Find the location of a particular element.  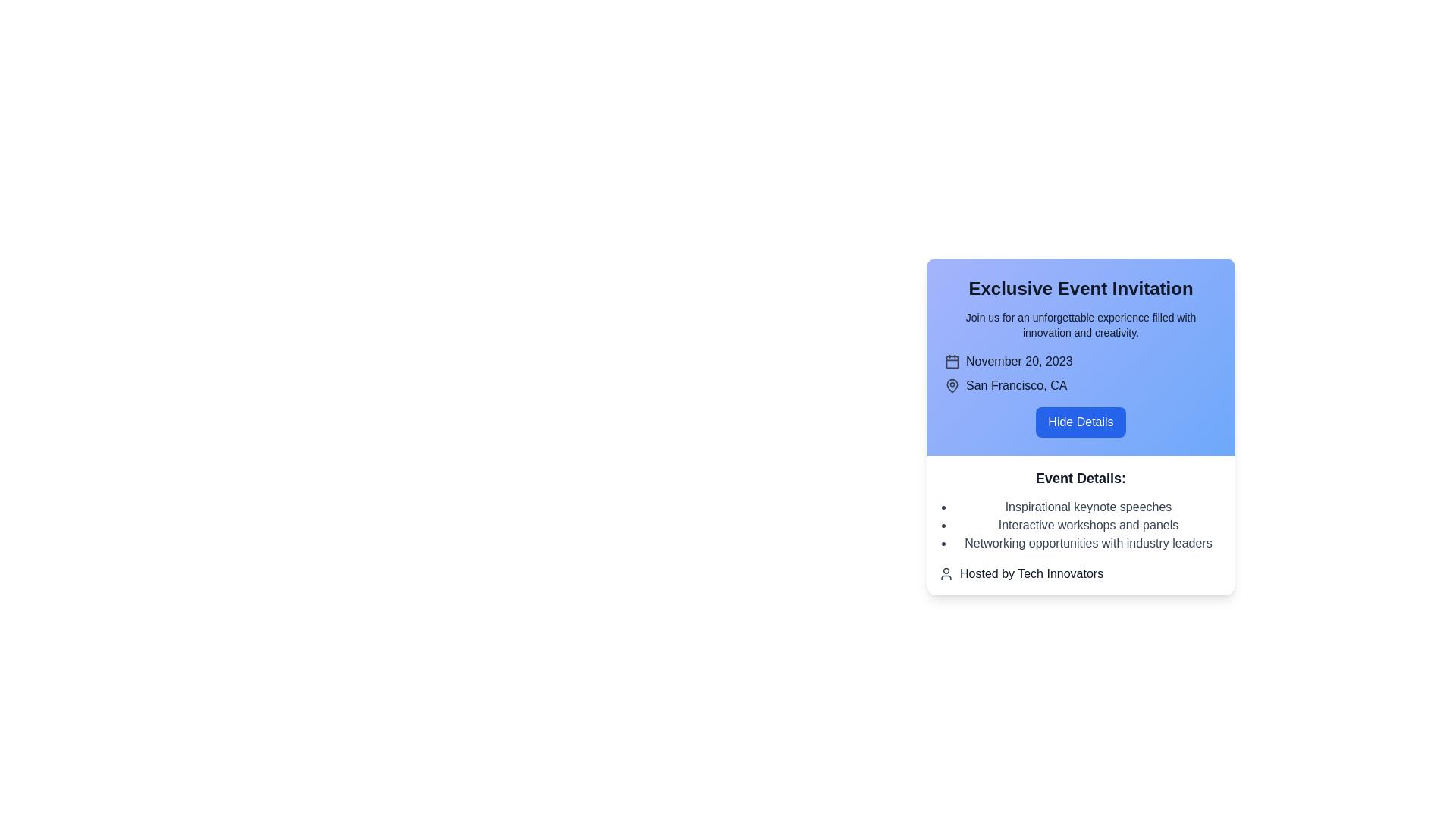

the Text Label in the 'Event Details' section of the invitation card, which is the second item in the bulleted list providing information about the event is located at coordinates (1087, 525).